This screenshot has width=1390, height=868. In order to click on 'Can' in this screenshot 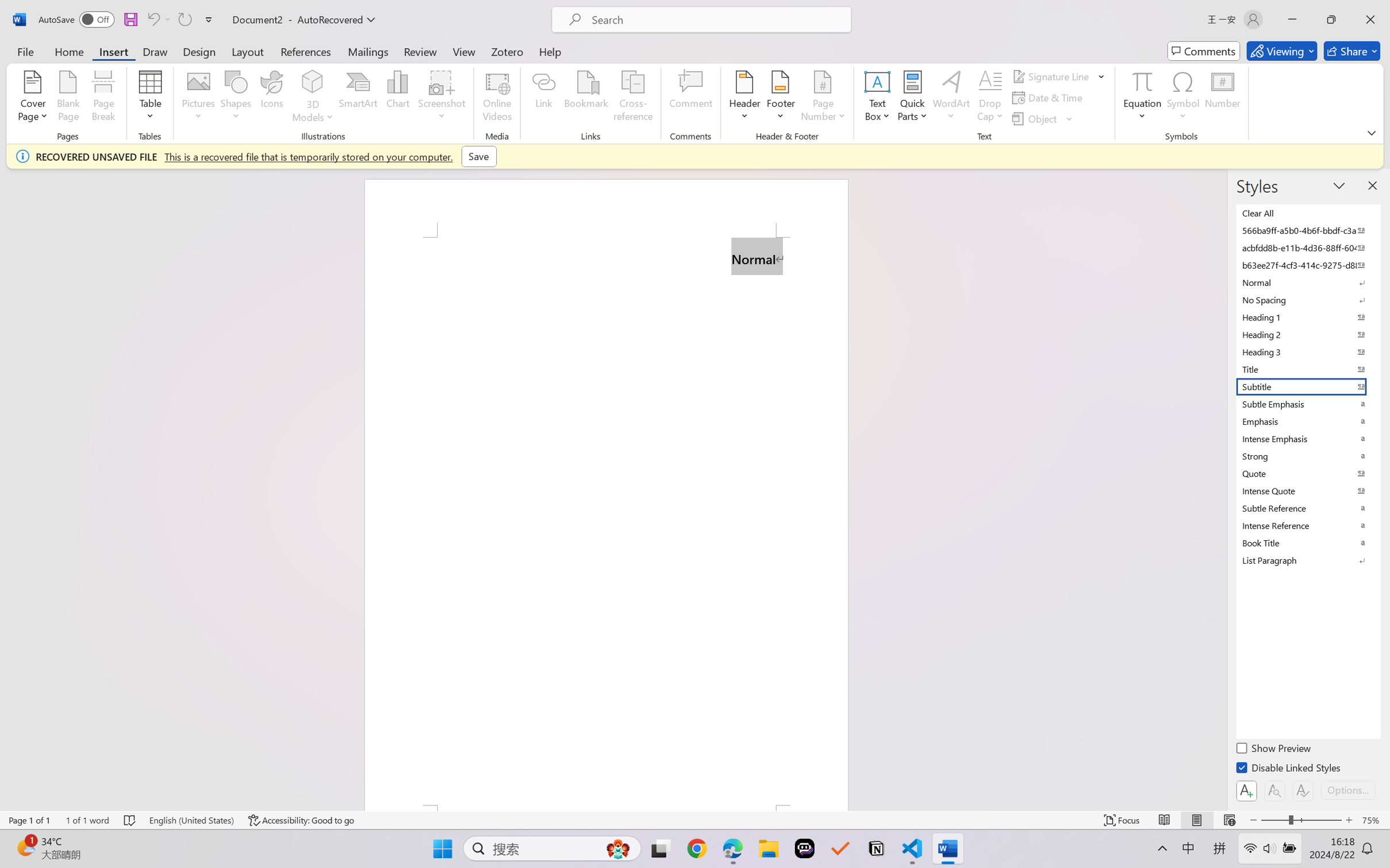, I will do `click(184, 19)`.